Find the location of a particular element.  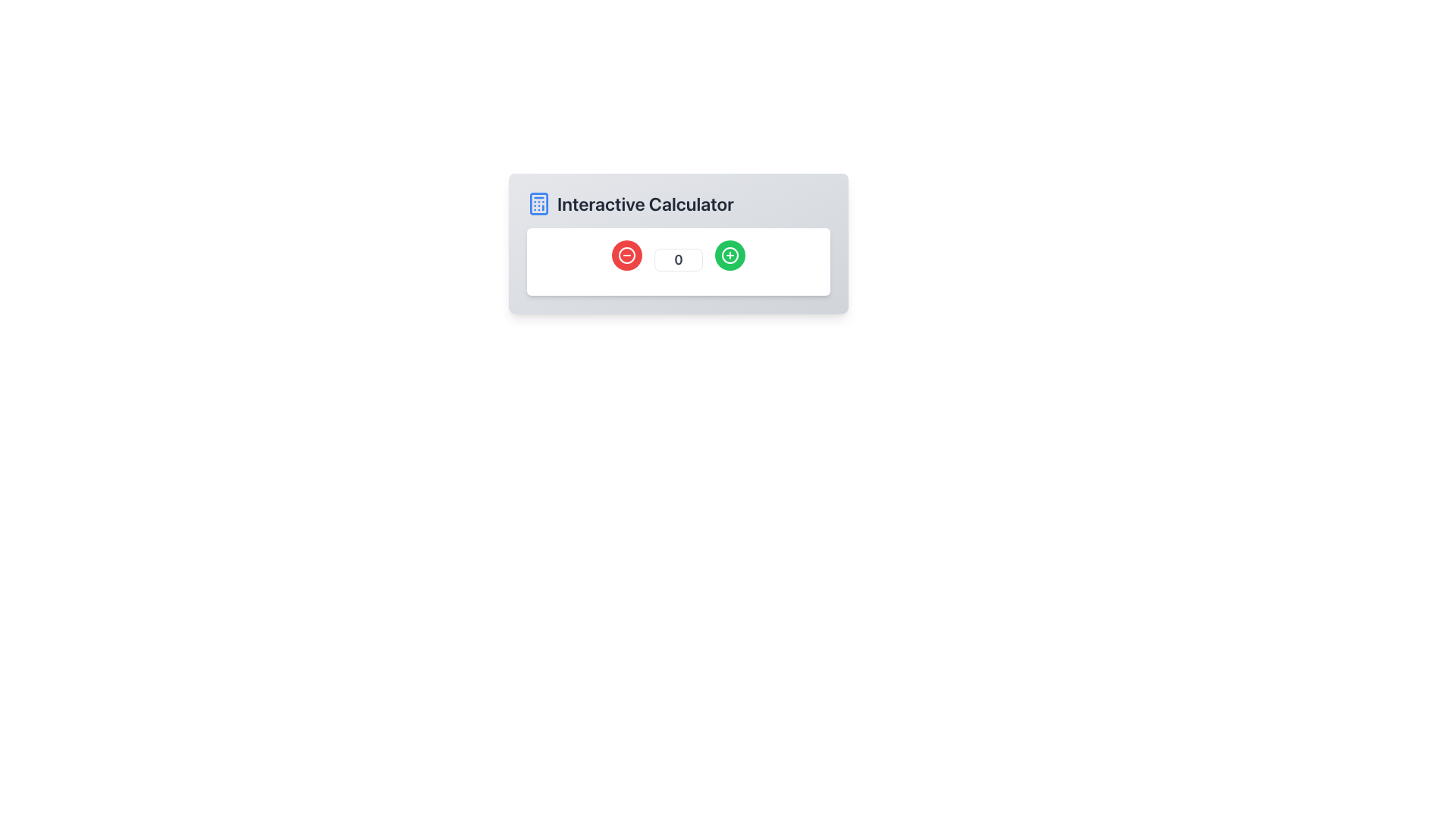

the text label that serves as a title for the interactive calculator, positioned centrally and above the section with red and green circular buttons is located at coordinates (645, 203).